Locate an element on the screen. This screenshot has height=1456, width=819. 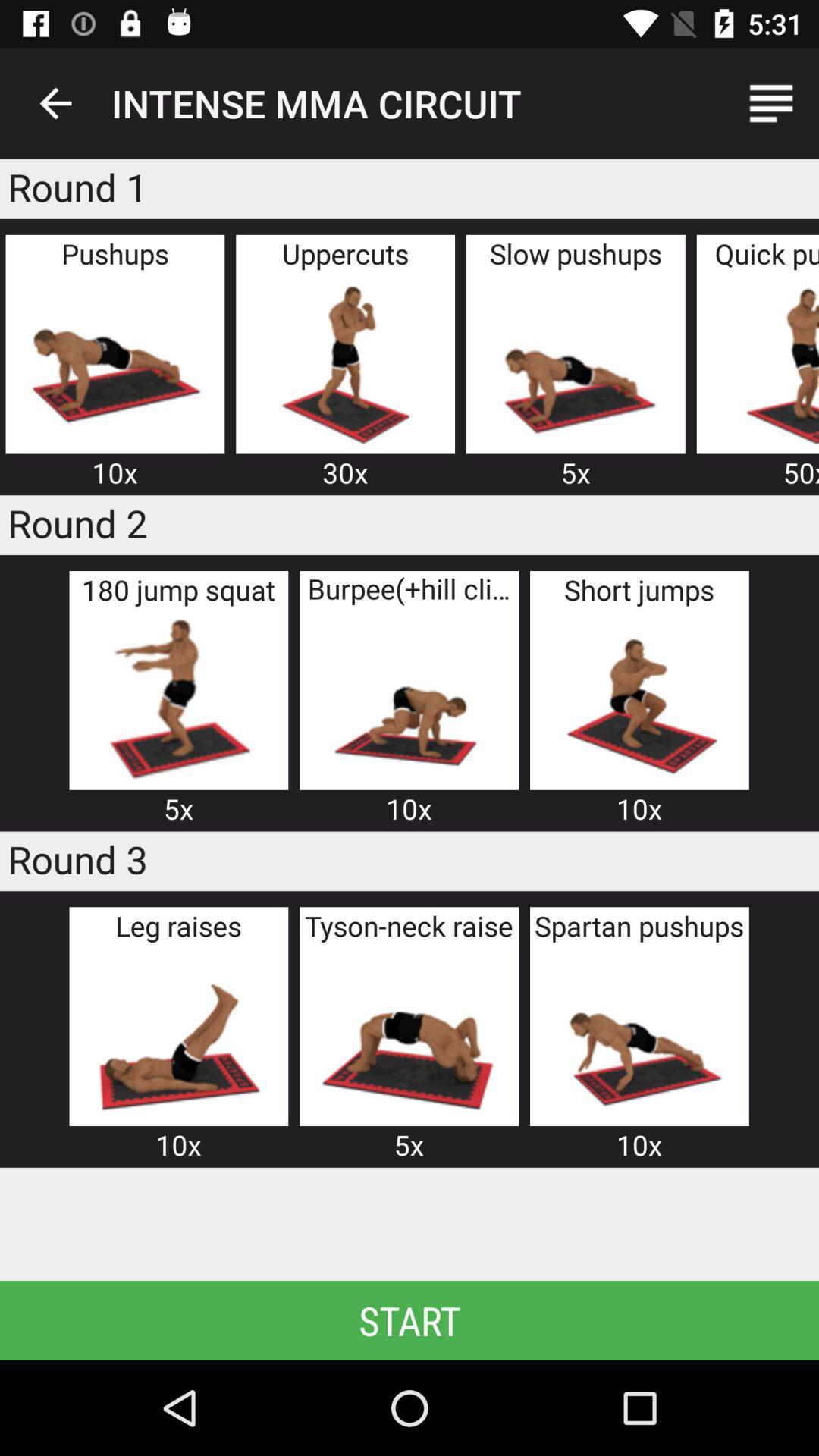
advertisement is located at coordinates (177, 1034).